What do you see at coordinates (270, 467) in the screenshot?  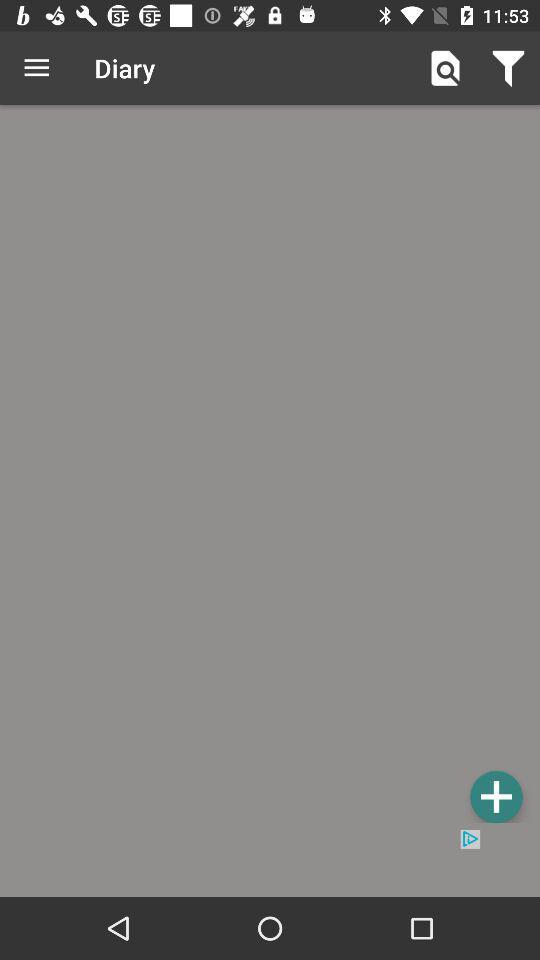 I see `the icon at the center` at bounding box center [270, 467].